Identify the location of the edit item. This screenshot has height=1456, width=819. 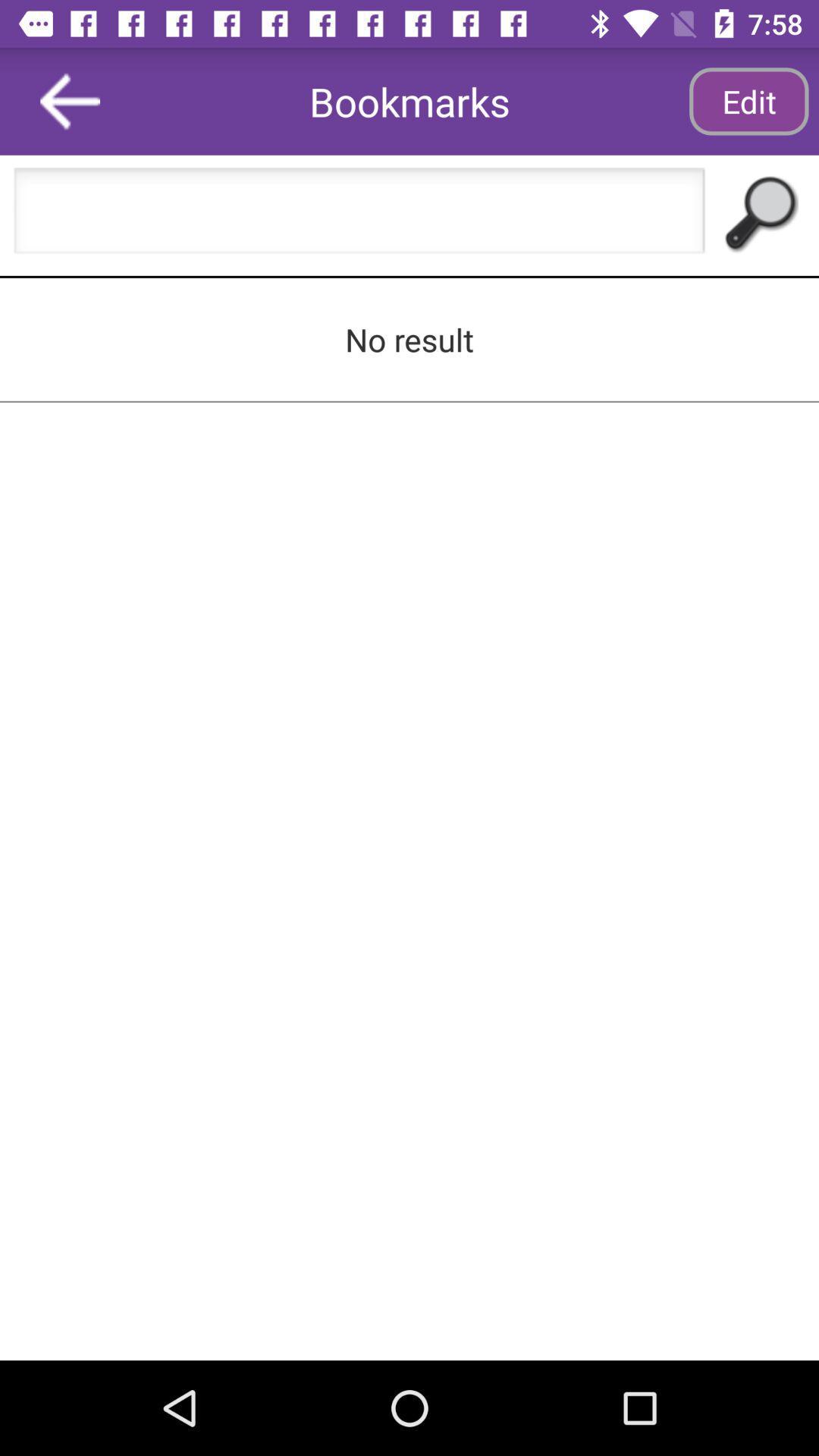
(748, 100).